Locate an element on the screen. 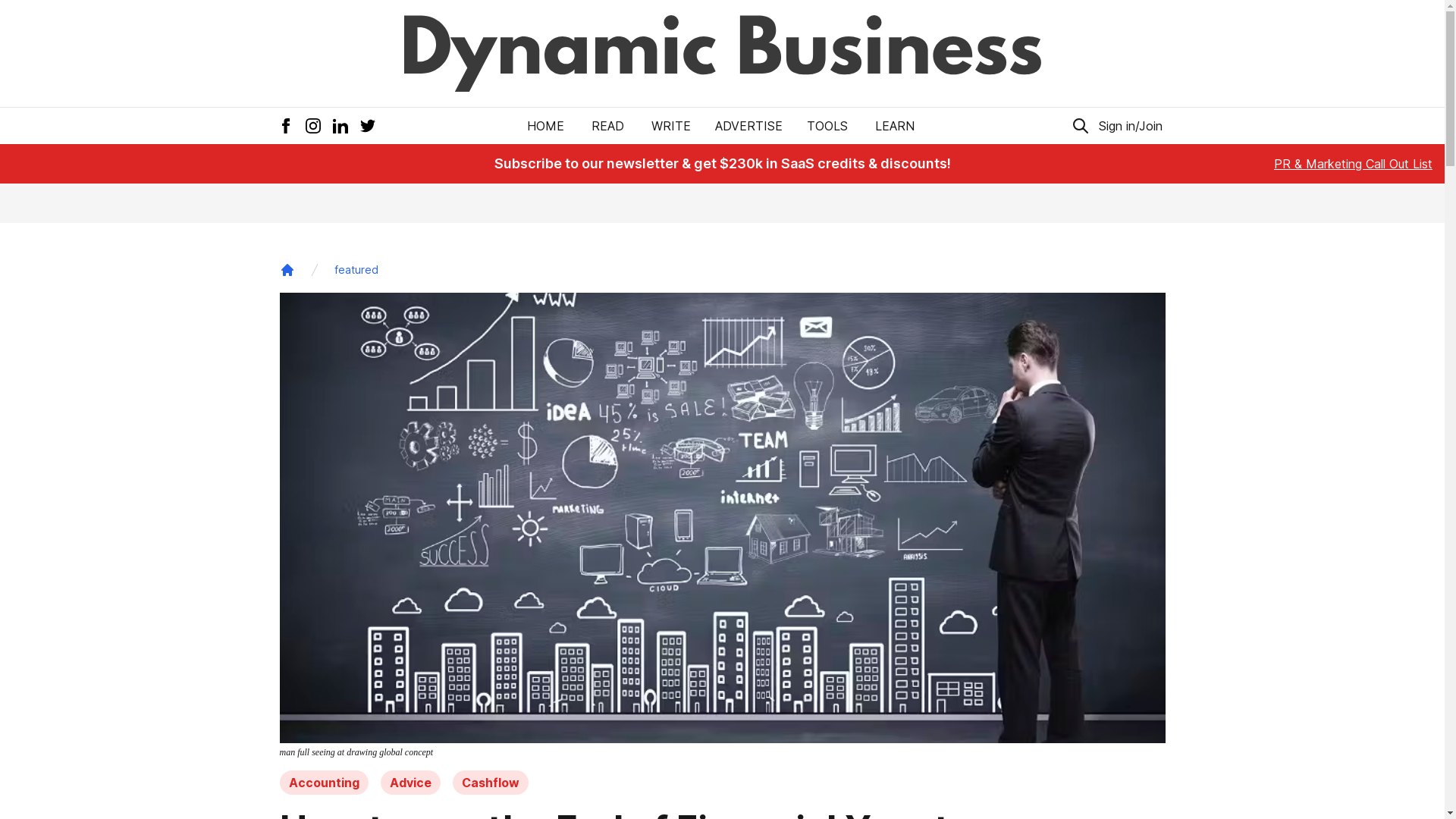  'HOME' is located at coordinates (545, 124).